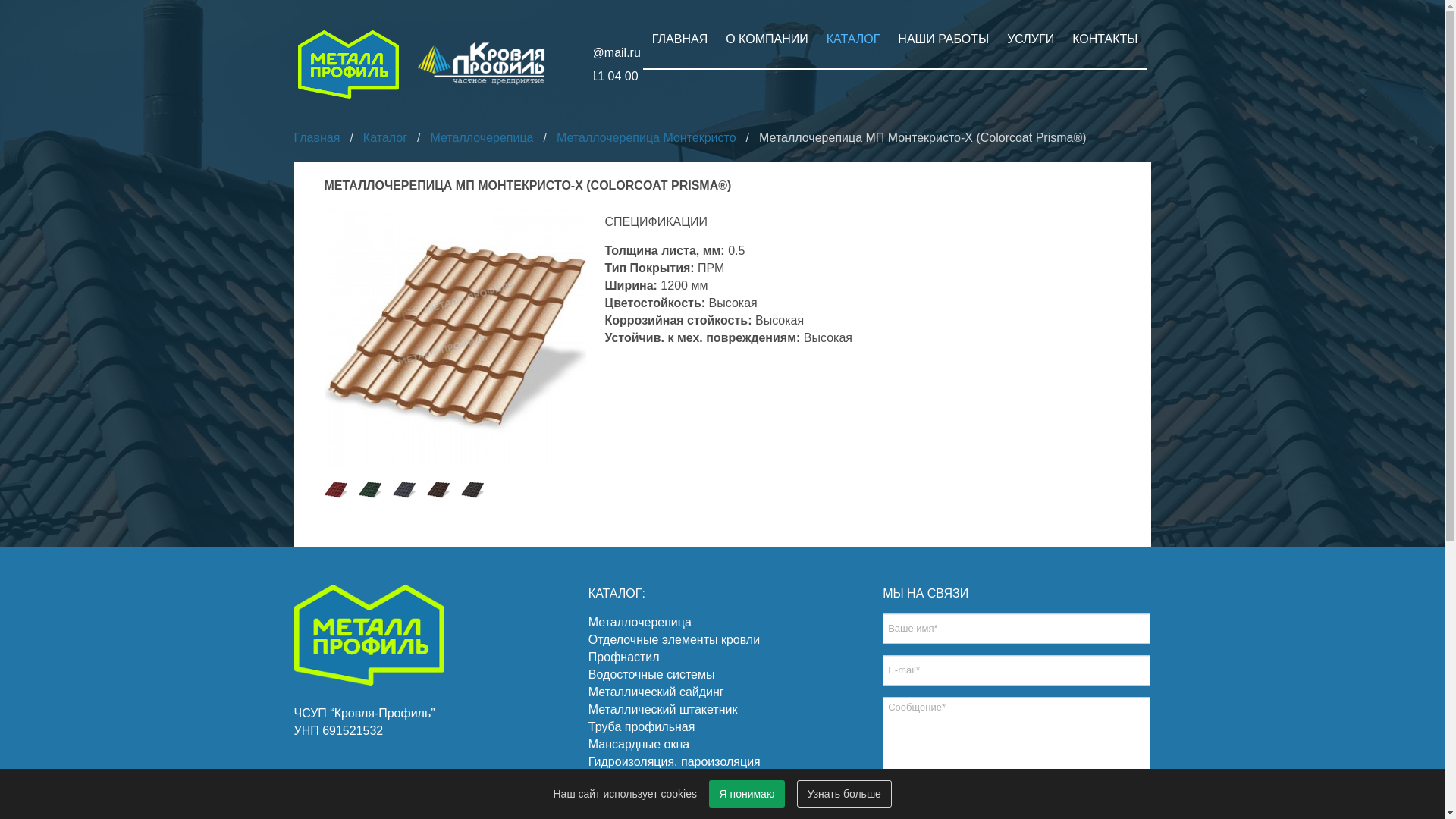 The height and width of the screenshot is (819, 1456). I want to click on ' +375 44 711 04 00', so click(572, 76).